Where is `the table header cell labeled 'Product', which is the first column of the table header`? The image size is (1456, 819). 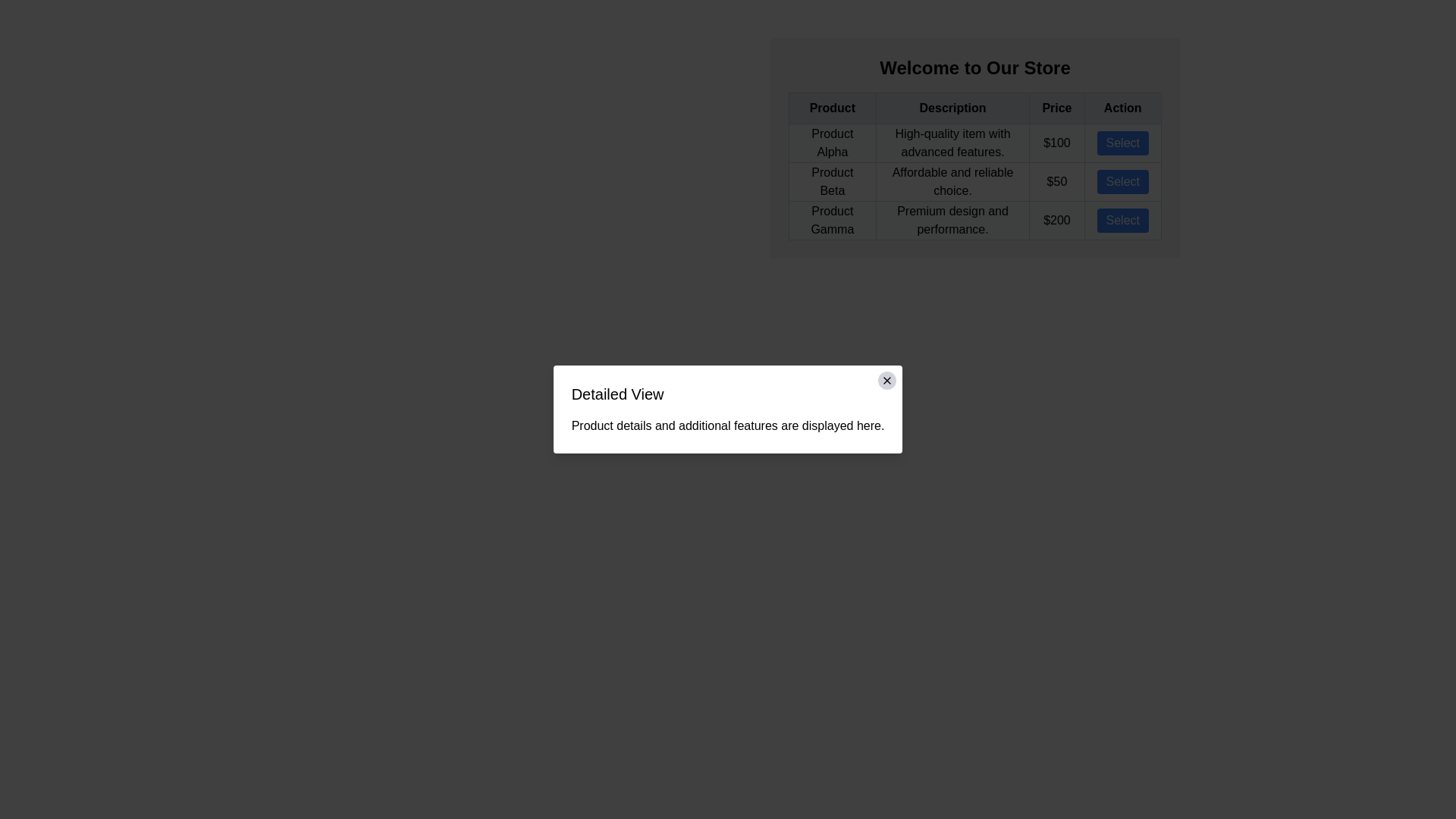 the table header cell labeled 'Product', which is the first column of the table header is located at coordinates (831, 107).